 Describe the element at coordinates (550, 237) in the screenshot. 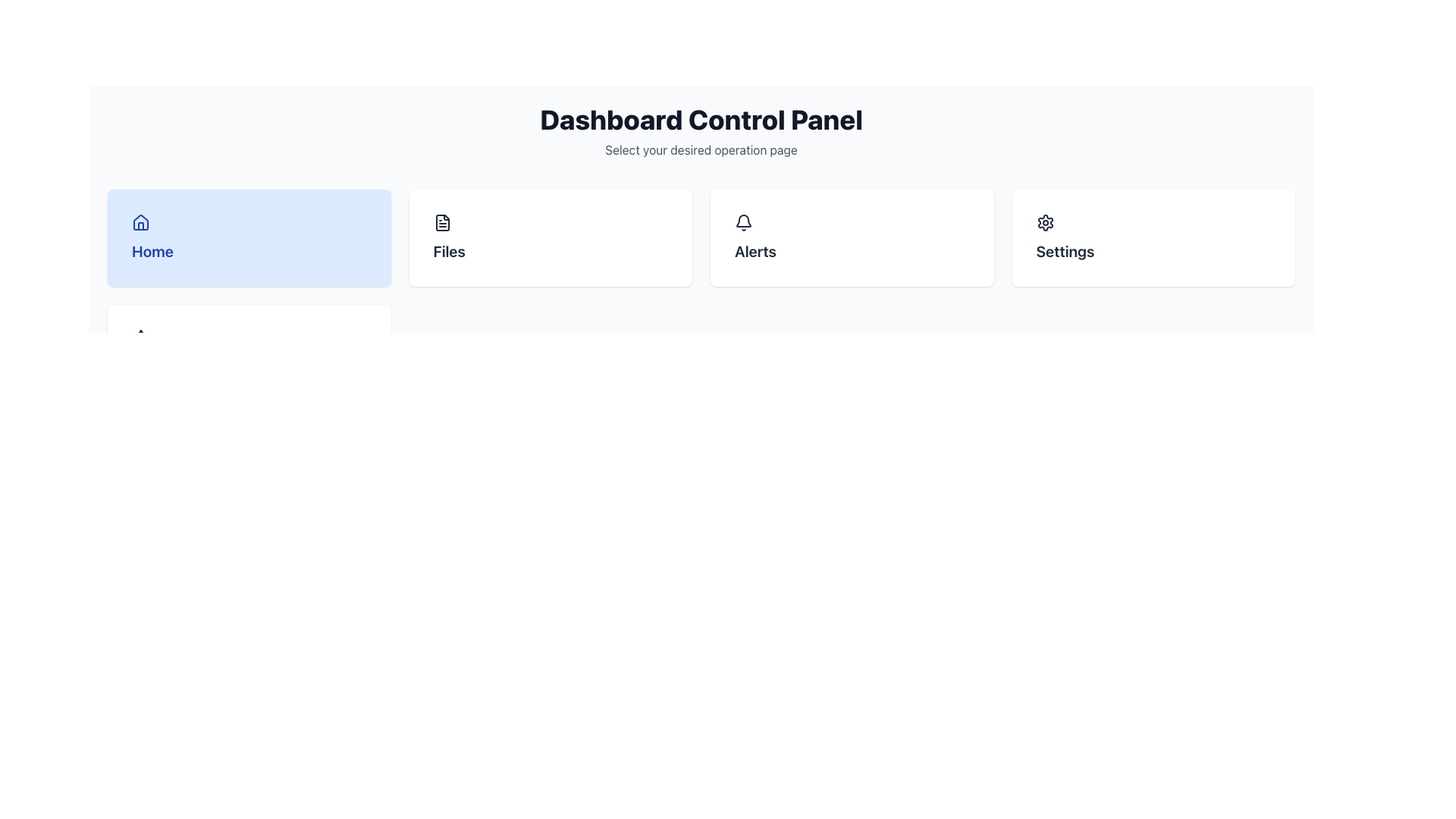

I see `the navigation button for 'Files' in the dashboard, which is the second card in the grid, located between the 'Home' and 'Alerts' cards` at that location.